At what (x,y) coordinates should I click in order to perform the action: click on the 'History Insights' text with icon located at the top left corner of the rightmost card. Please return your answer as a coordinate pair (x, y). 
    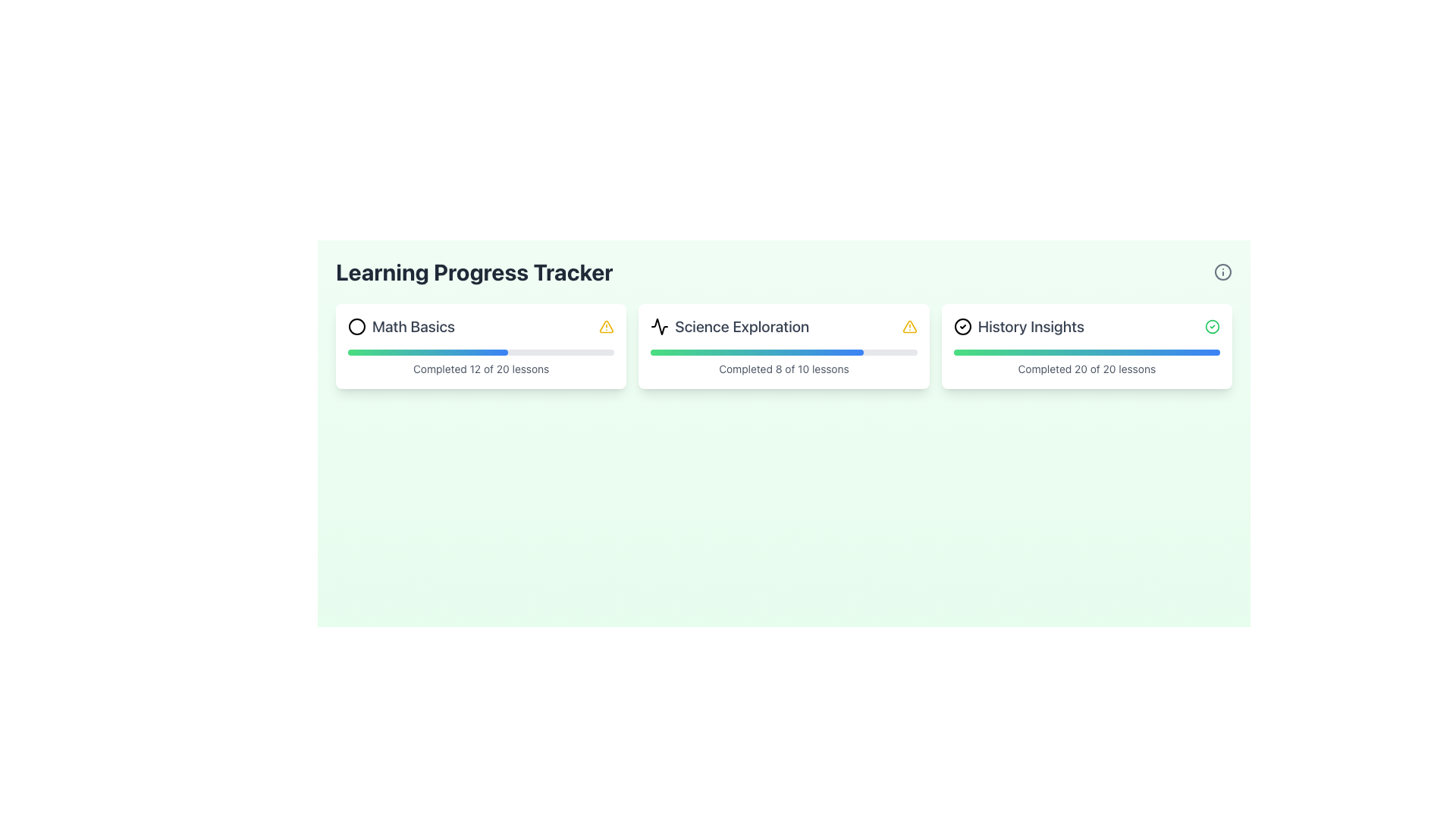
    Looking at the image, I should click on (1018, 326).